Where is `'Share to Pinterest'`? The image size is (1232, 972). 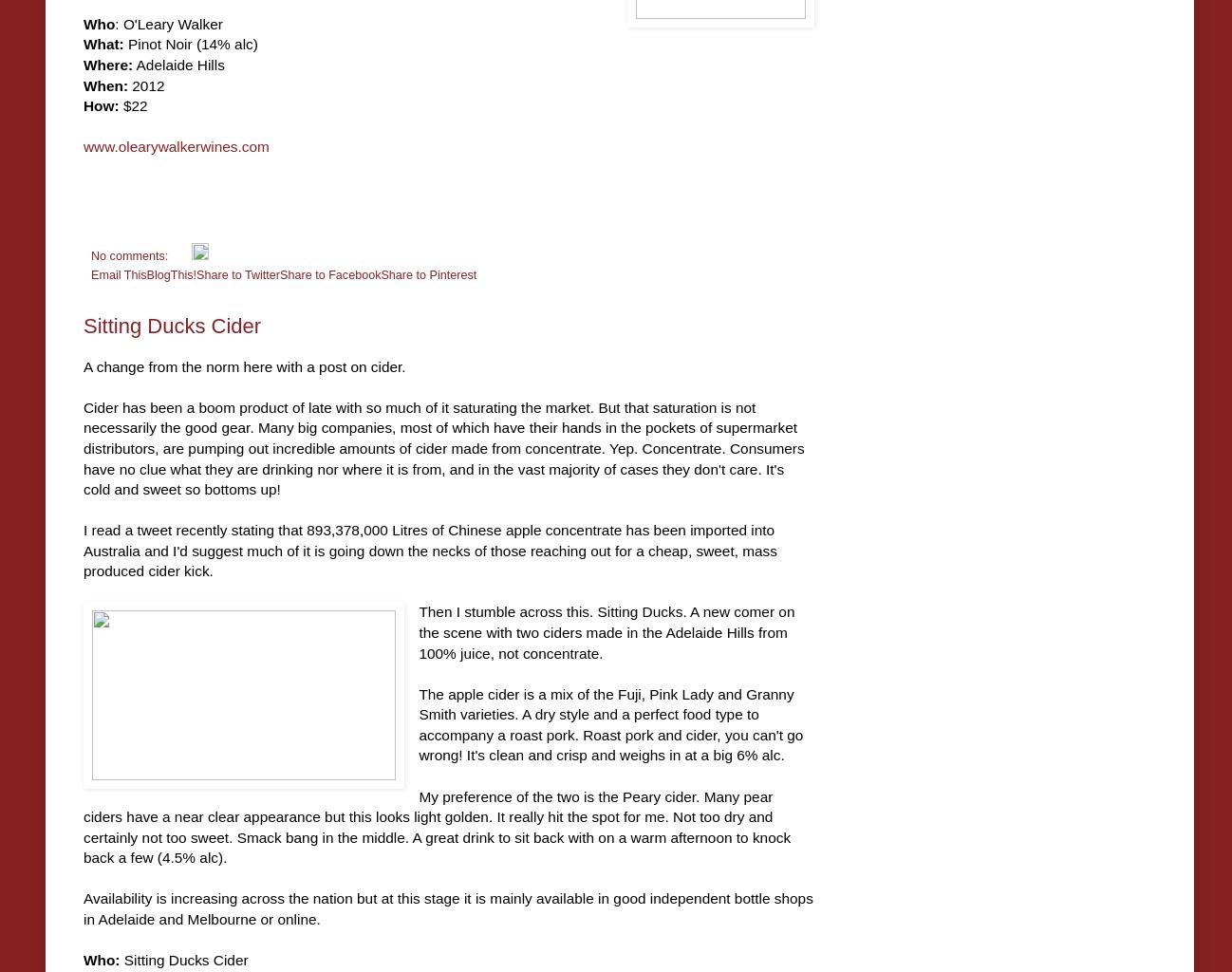 'Share to Pinterest' is located at coordinates (427, 273).